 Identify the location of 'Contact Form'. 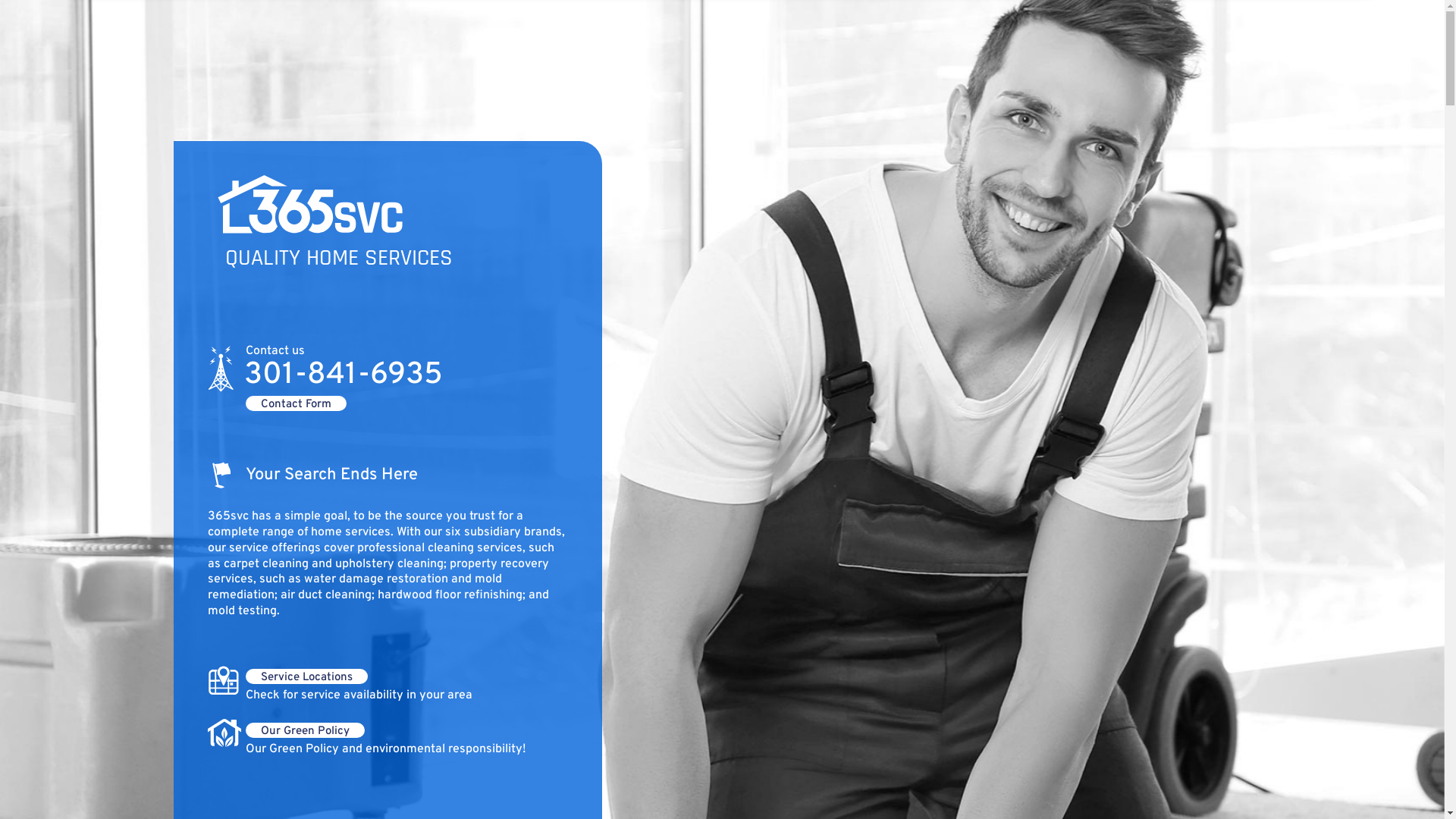
(296, 403).